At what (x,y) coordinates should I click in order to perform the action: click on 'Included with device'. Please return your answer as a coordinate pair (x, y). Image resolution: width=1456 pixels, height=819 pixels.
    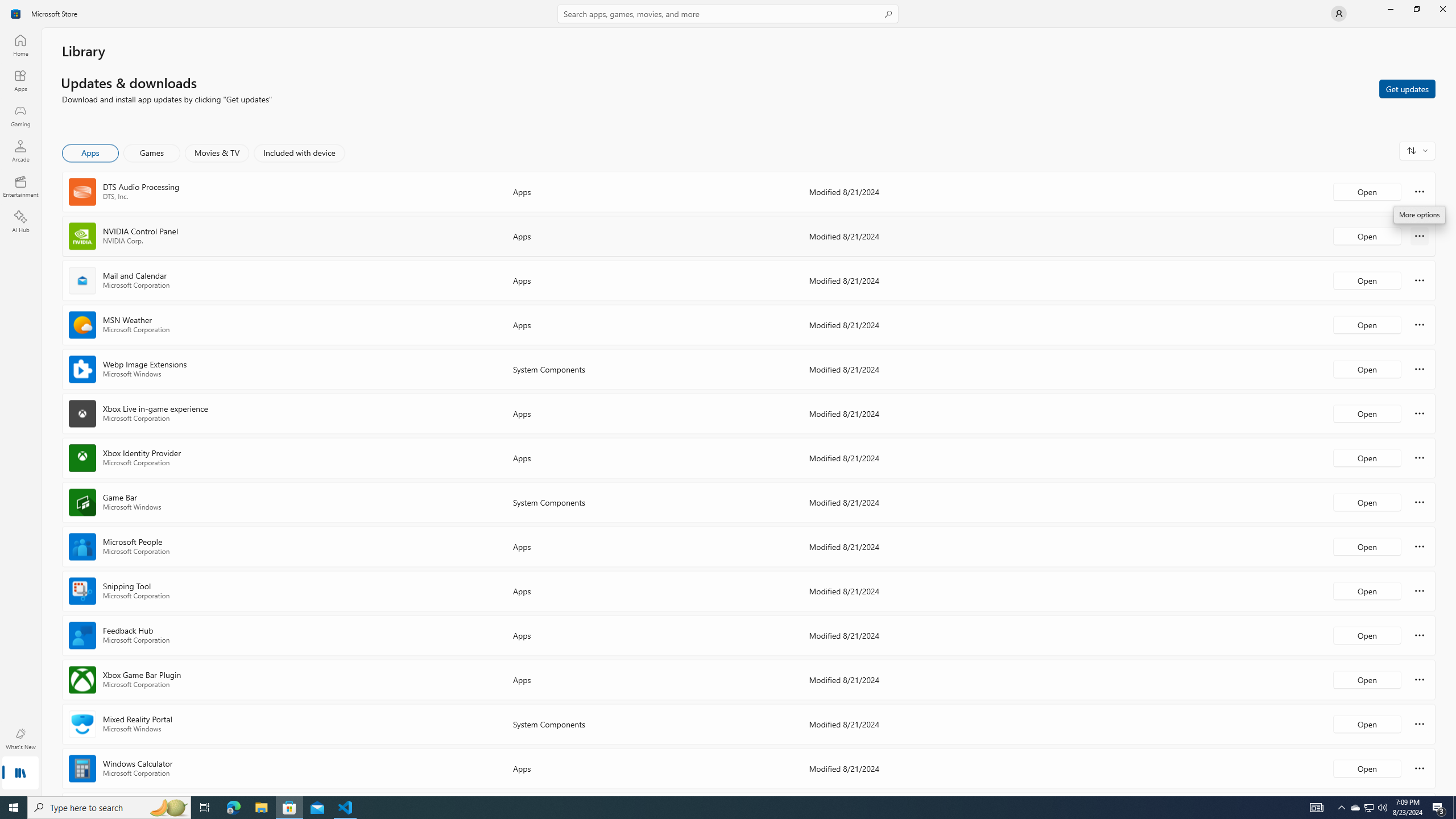
    Looking at the image, I should click on (299, 152).